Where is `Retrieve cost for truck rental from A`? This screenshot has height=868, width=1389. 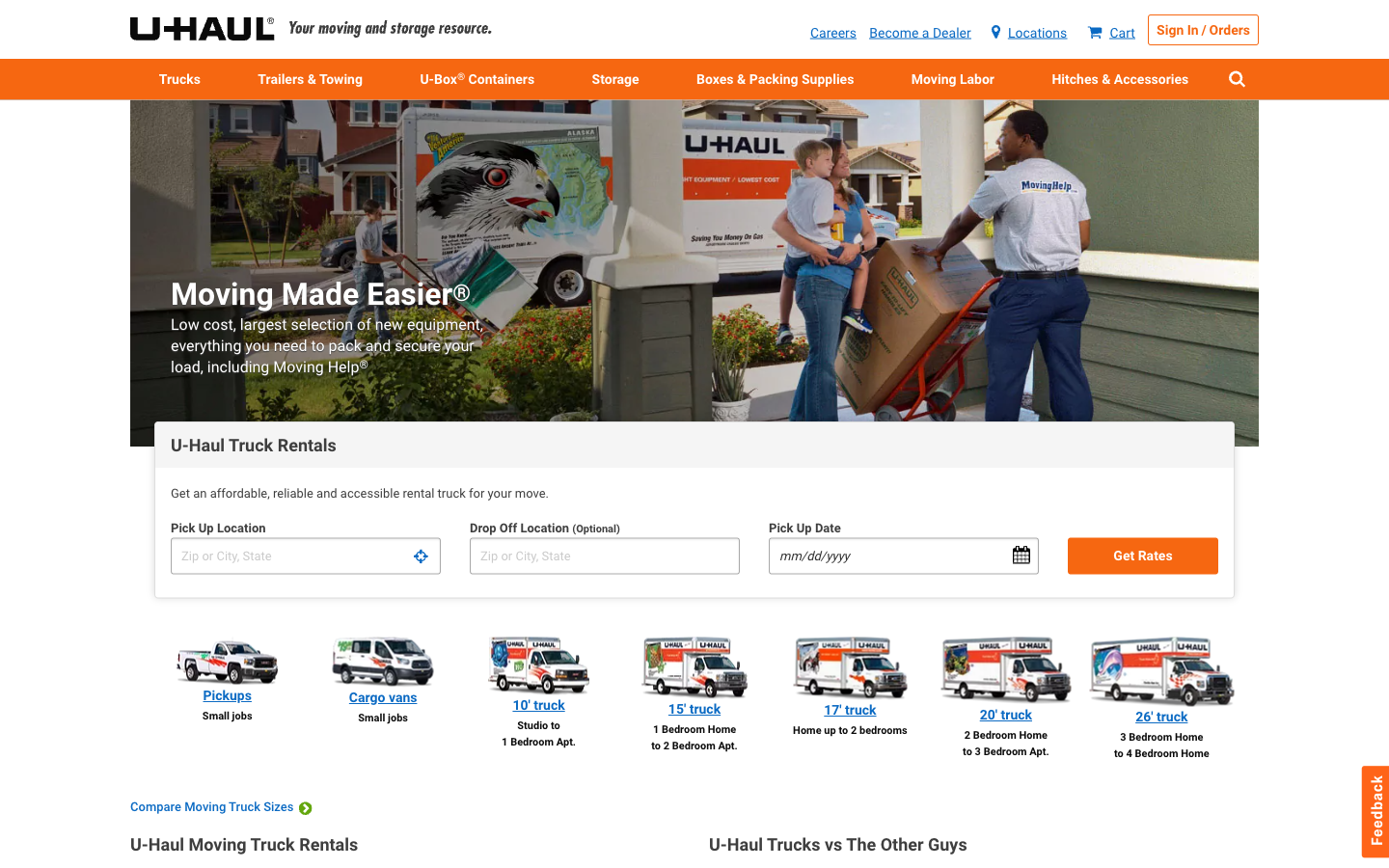
Retrieve cost for truck rental from A is located at coordinates (305, 556).